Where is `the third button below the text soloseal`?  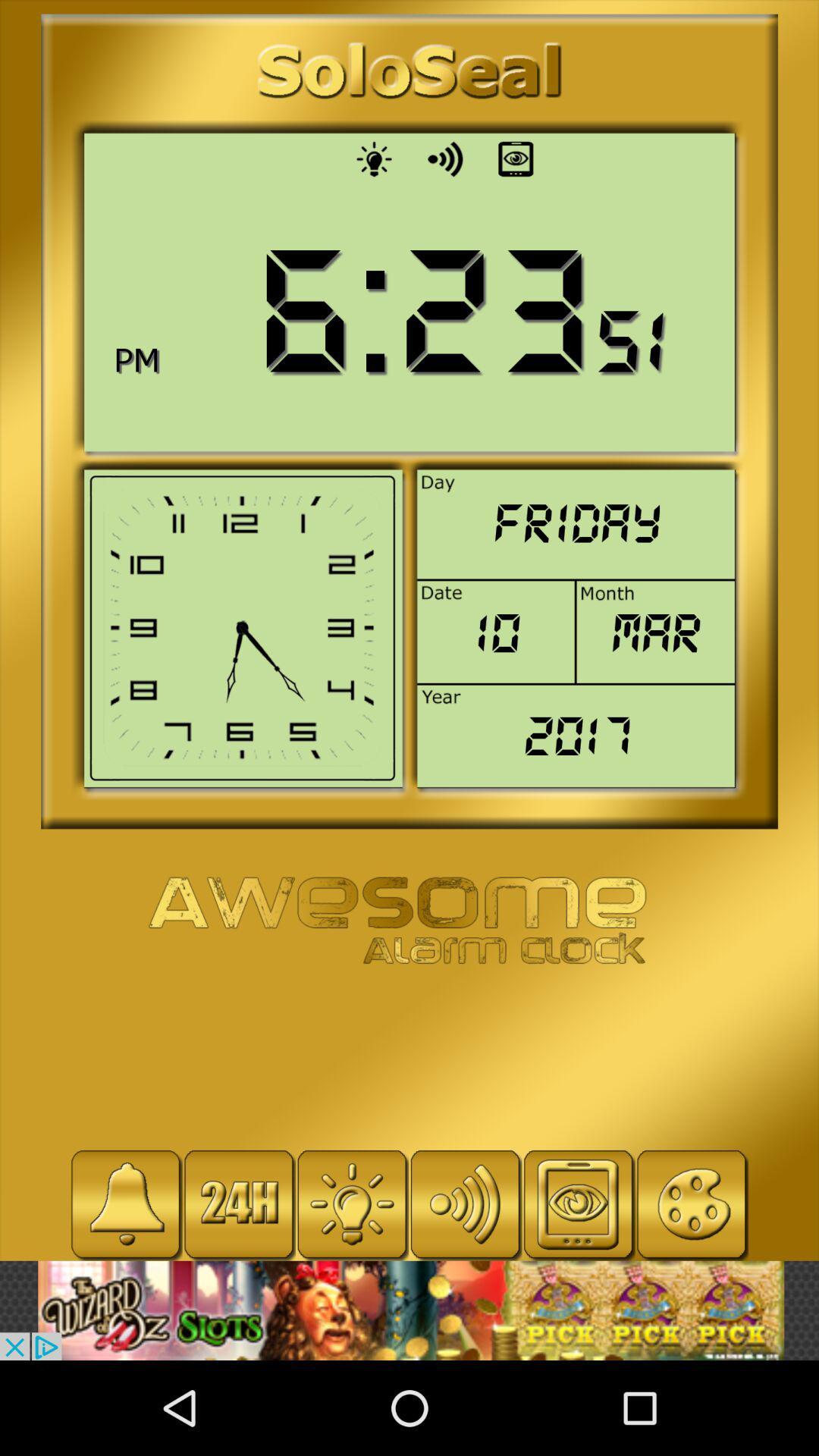 the third button below the text soloseal is located at coordinates (516, 159).